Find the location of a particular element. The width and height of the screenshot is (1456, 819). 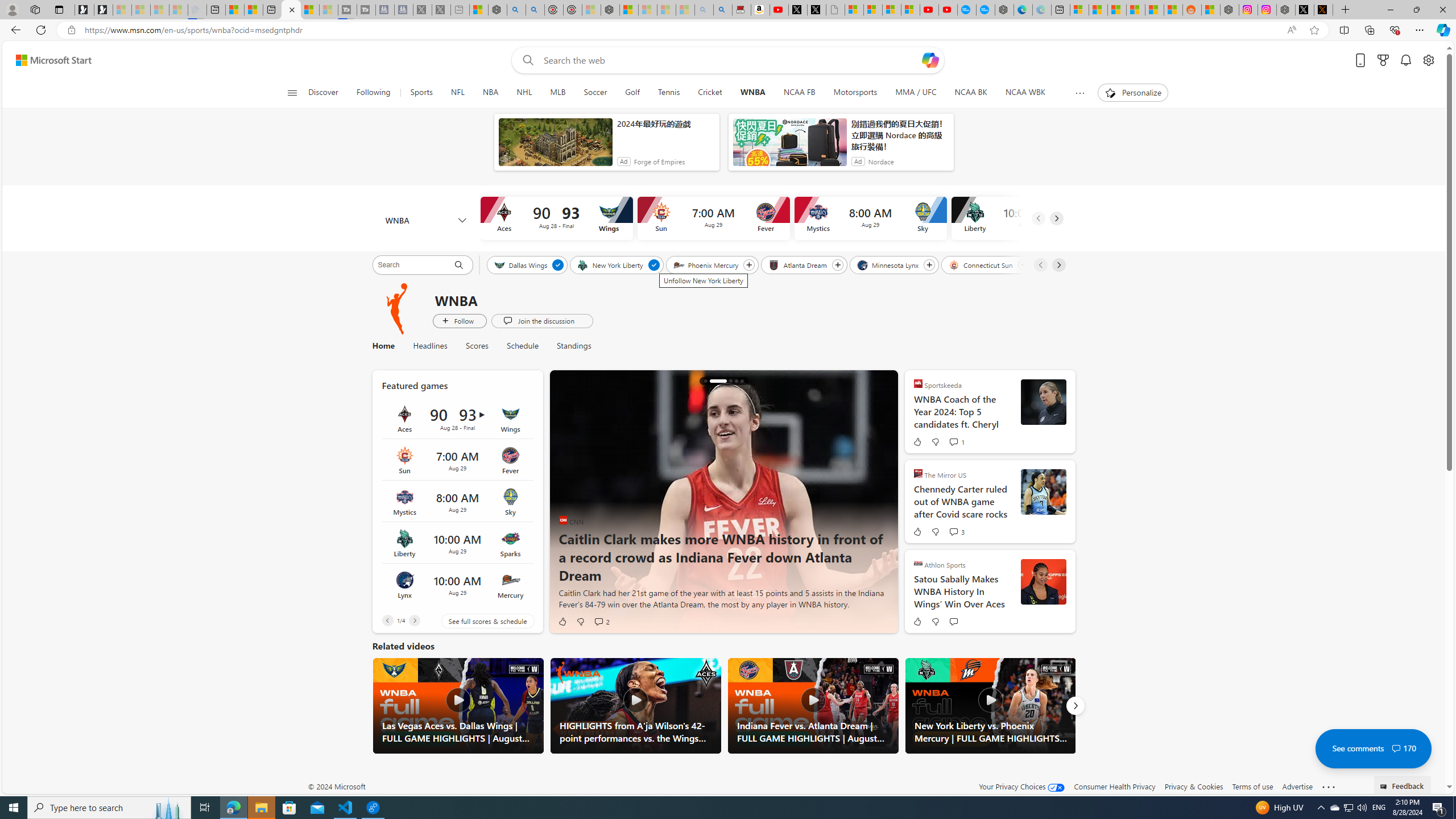

'NFL' is located at coordinates (457, 92).